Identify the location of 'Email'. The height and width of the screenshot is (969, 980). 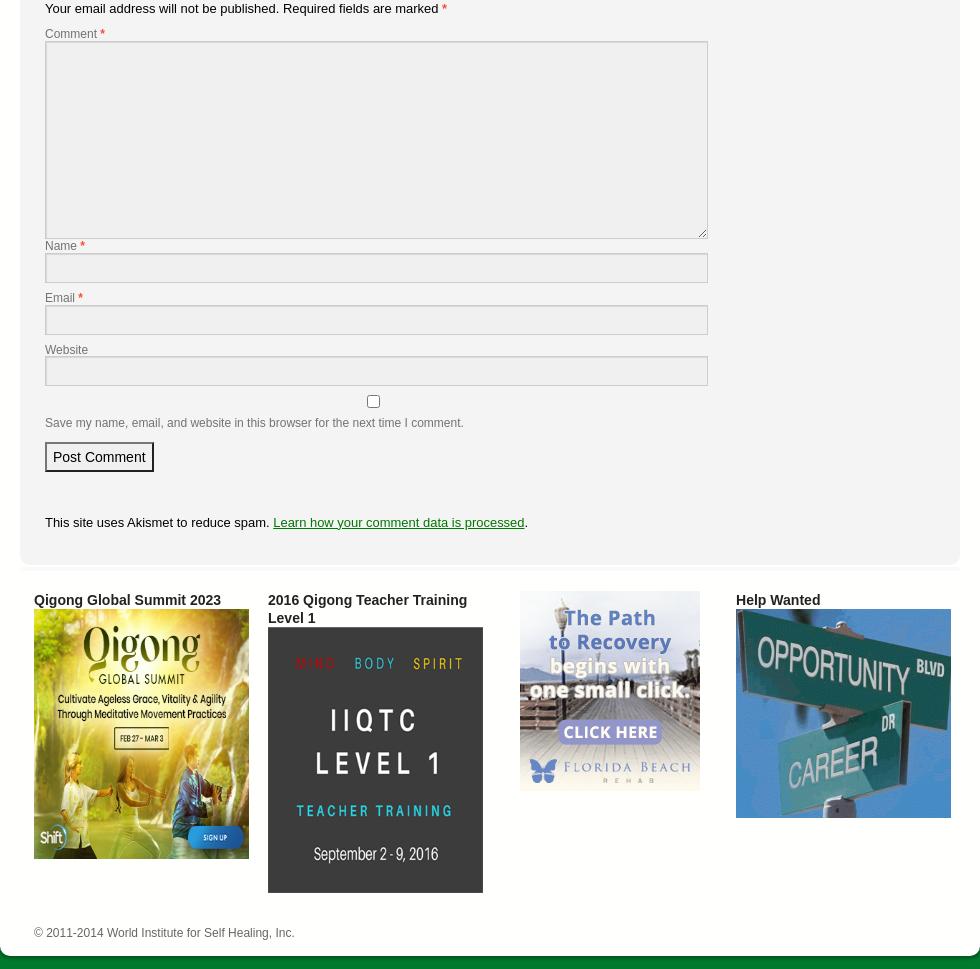
(61, 296).